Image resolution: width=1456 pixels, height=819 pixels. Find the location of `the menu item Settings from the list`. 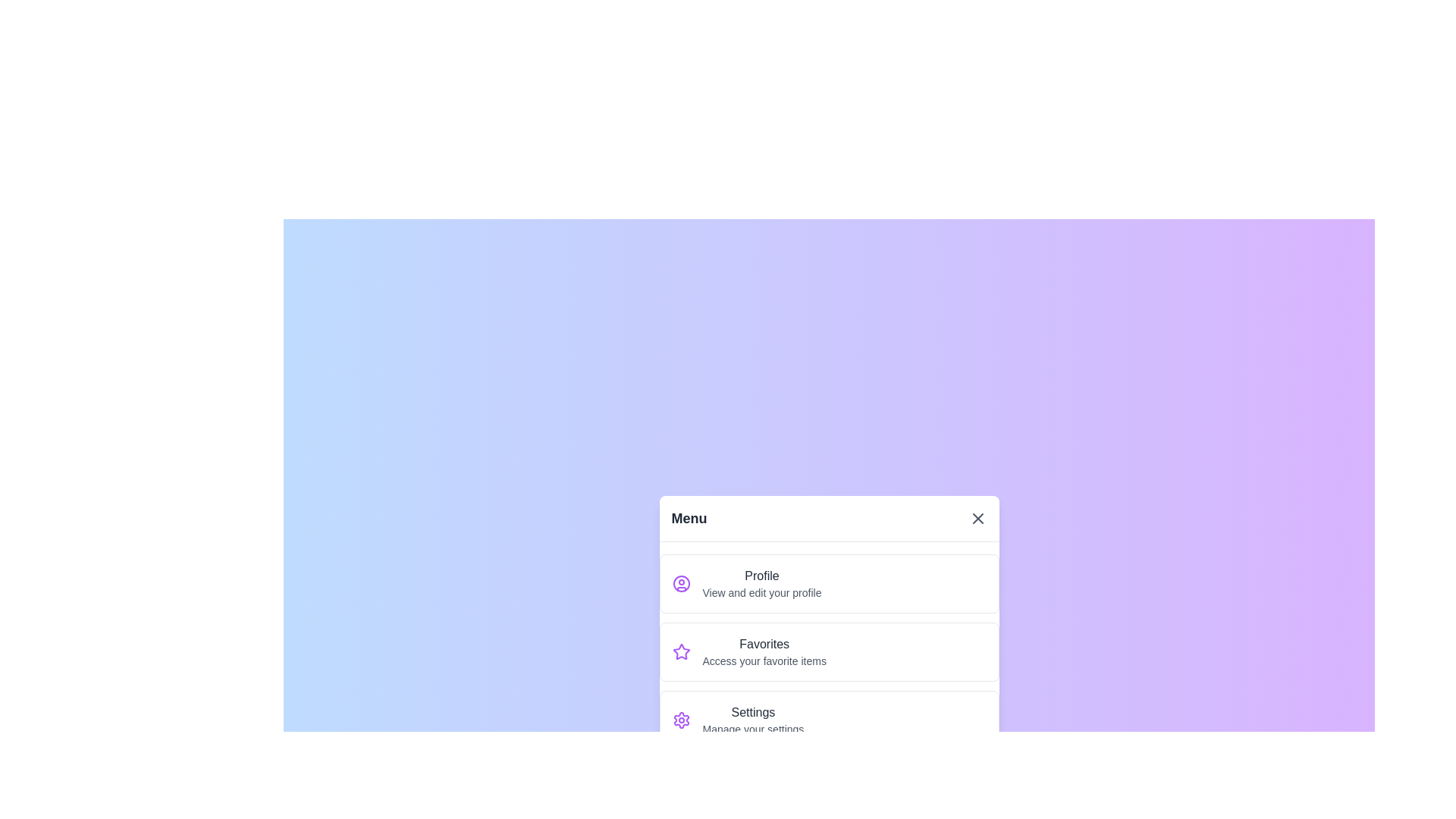

the menu item Settings from the list is located at coordinates (828, 719).